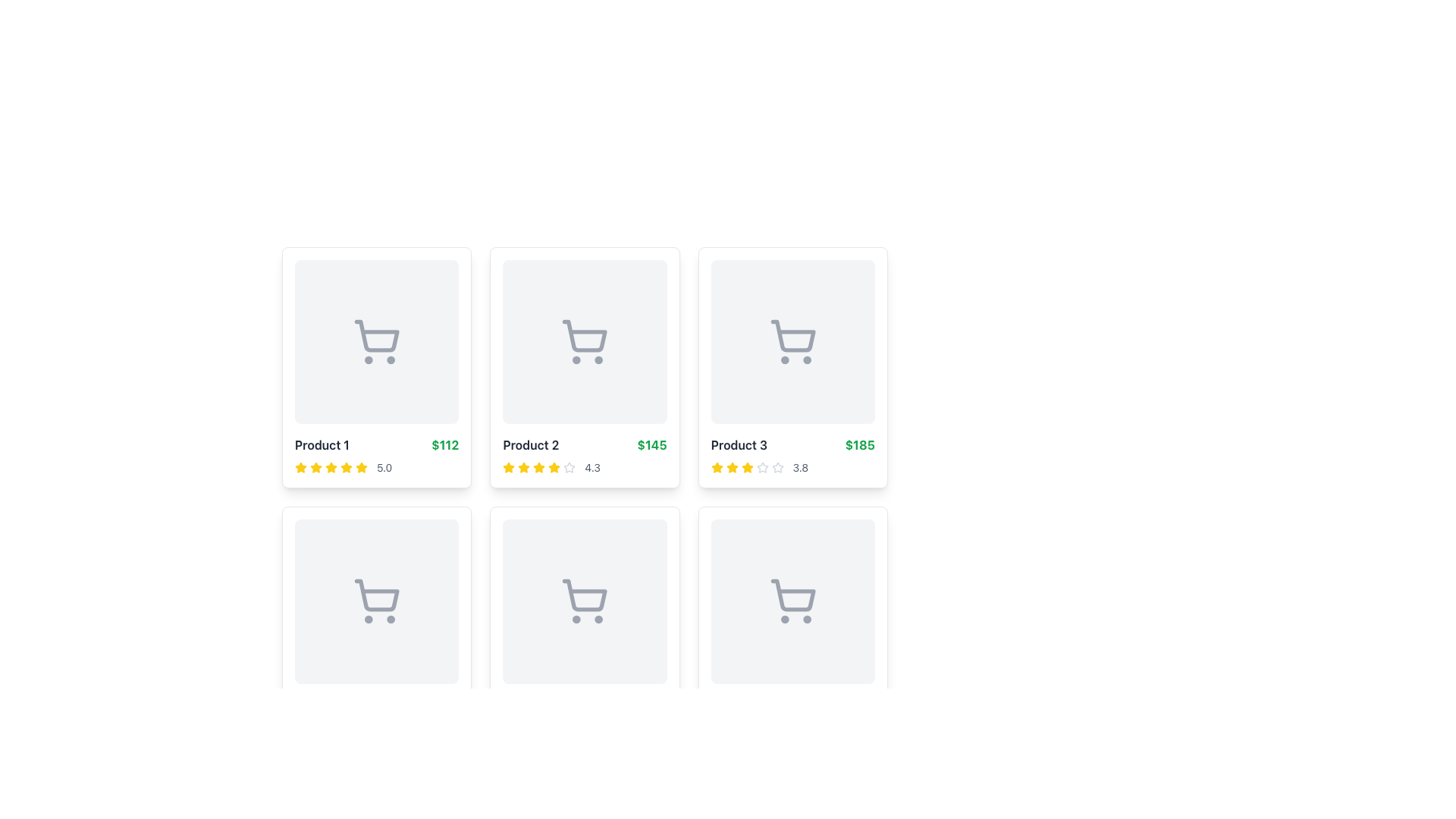  Describe the element at coordinates (360, 467) in the screenshot. I see `first star in the five-star rating system for 'Product 1', located underneath the 'Product 1' card in the top-left area of the interface` at that location.